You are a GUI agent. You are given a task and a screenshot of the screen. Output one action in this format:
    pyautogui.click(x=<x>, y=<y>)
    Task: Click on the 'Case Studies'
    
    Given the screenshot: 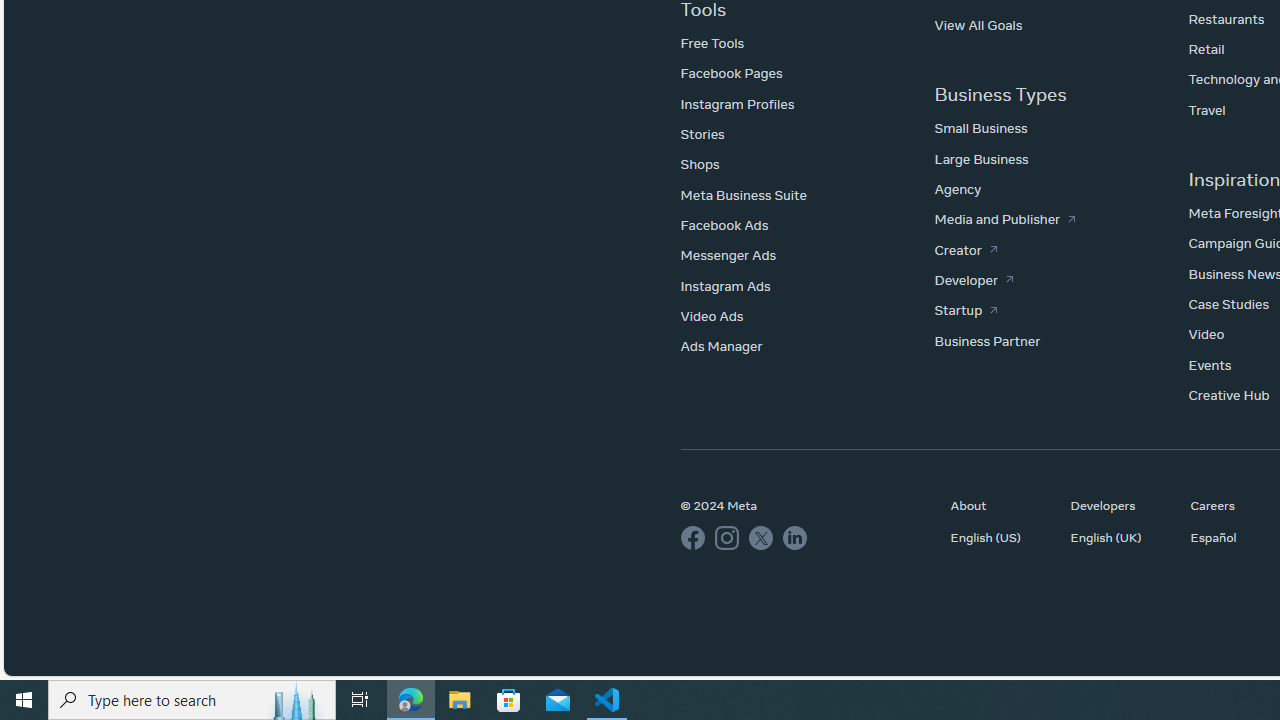 What is the action you would take?
    pyautogui.click(x=1227, y=304)
    